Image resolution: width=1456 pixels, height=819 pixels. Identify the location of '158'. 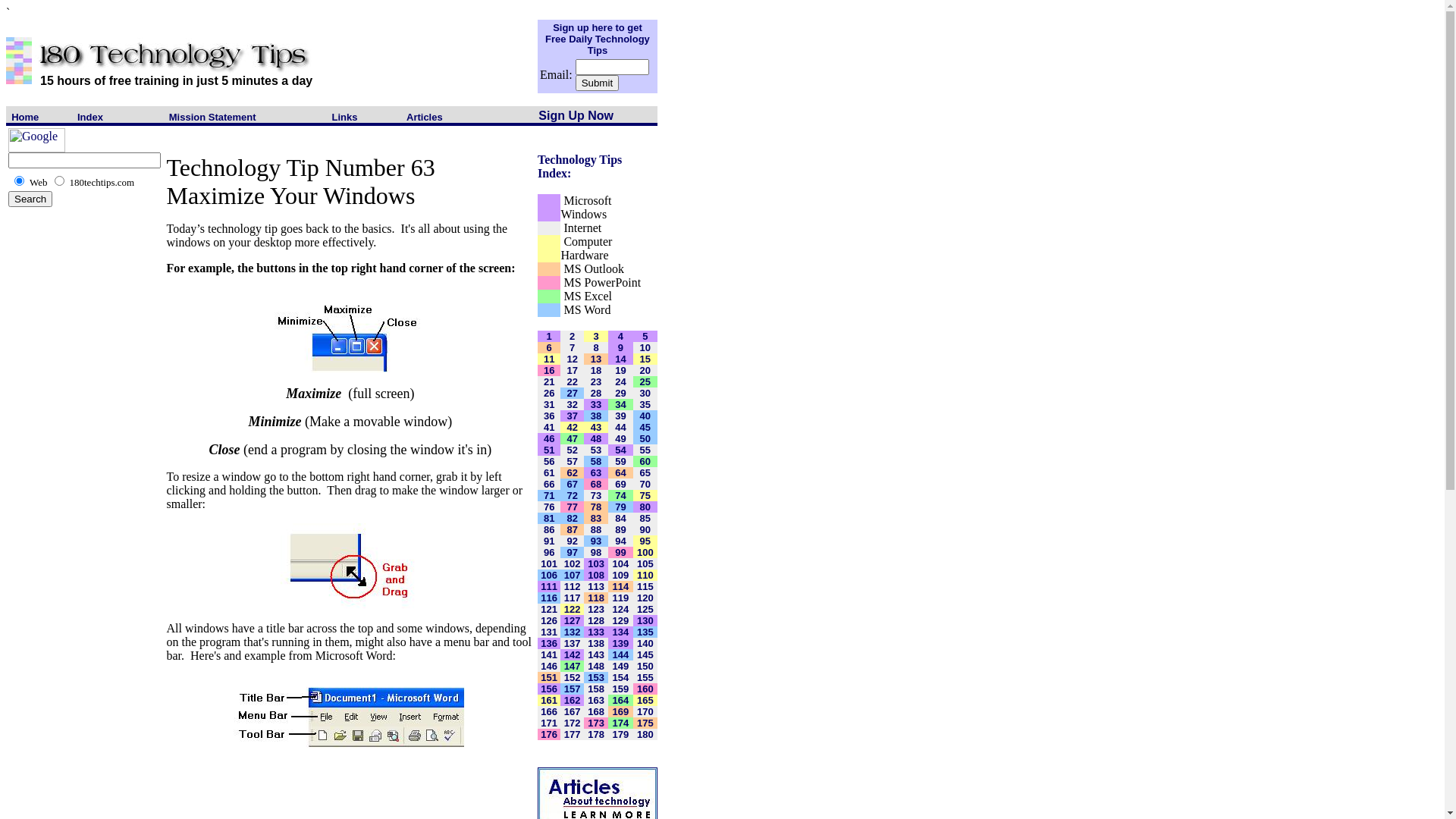
(595, 688).